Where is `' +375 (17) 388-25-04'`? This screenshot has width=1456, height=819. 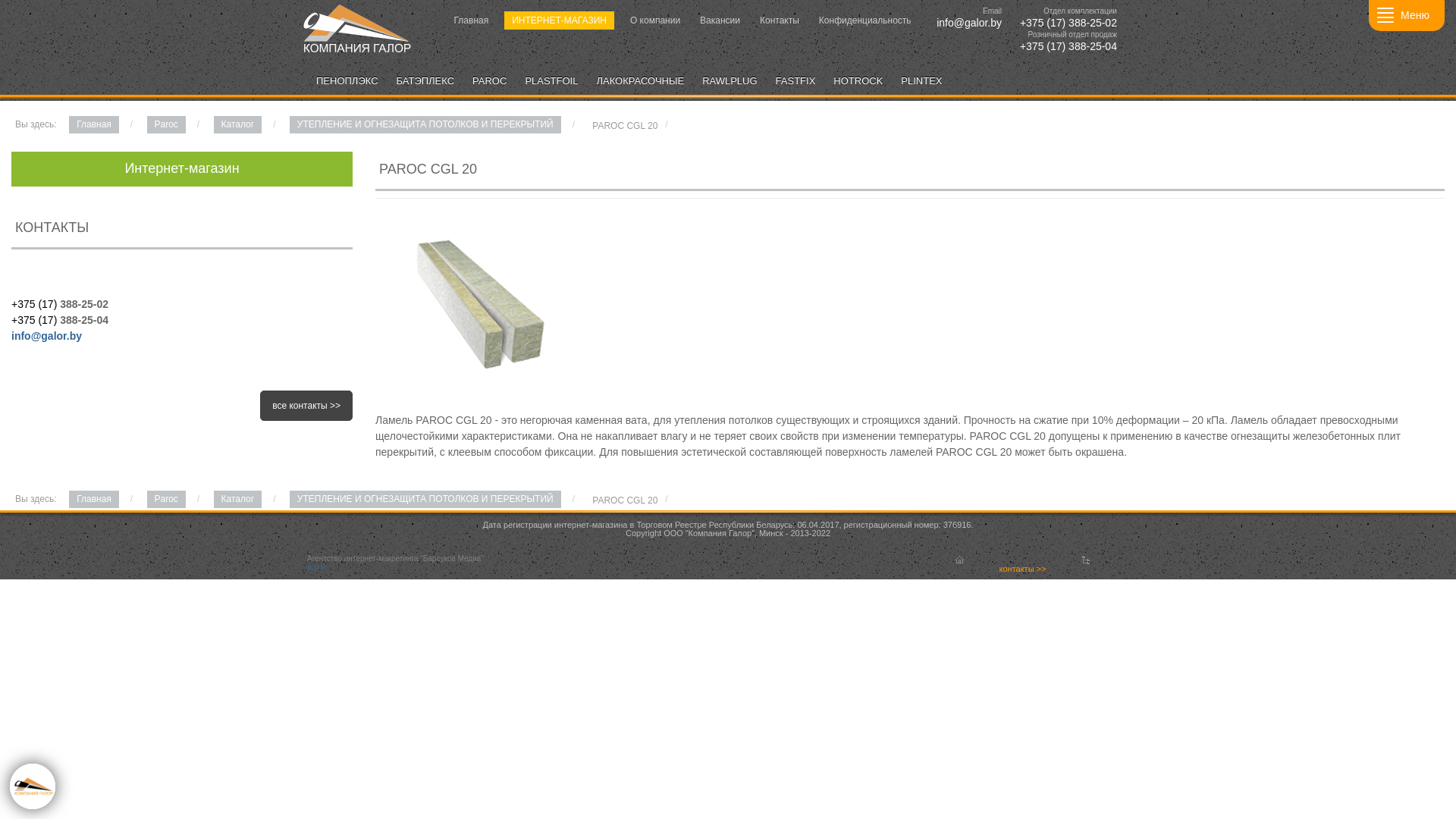
' +375 (17) 388-25-04' is located at coordinates (1065, 45).